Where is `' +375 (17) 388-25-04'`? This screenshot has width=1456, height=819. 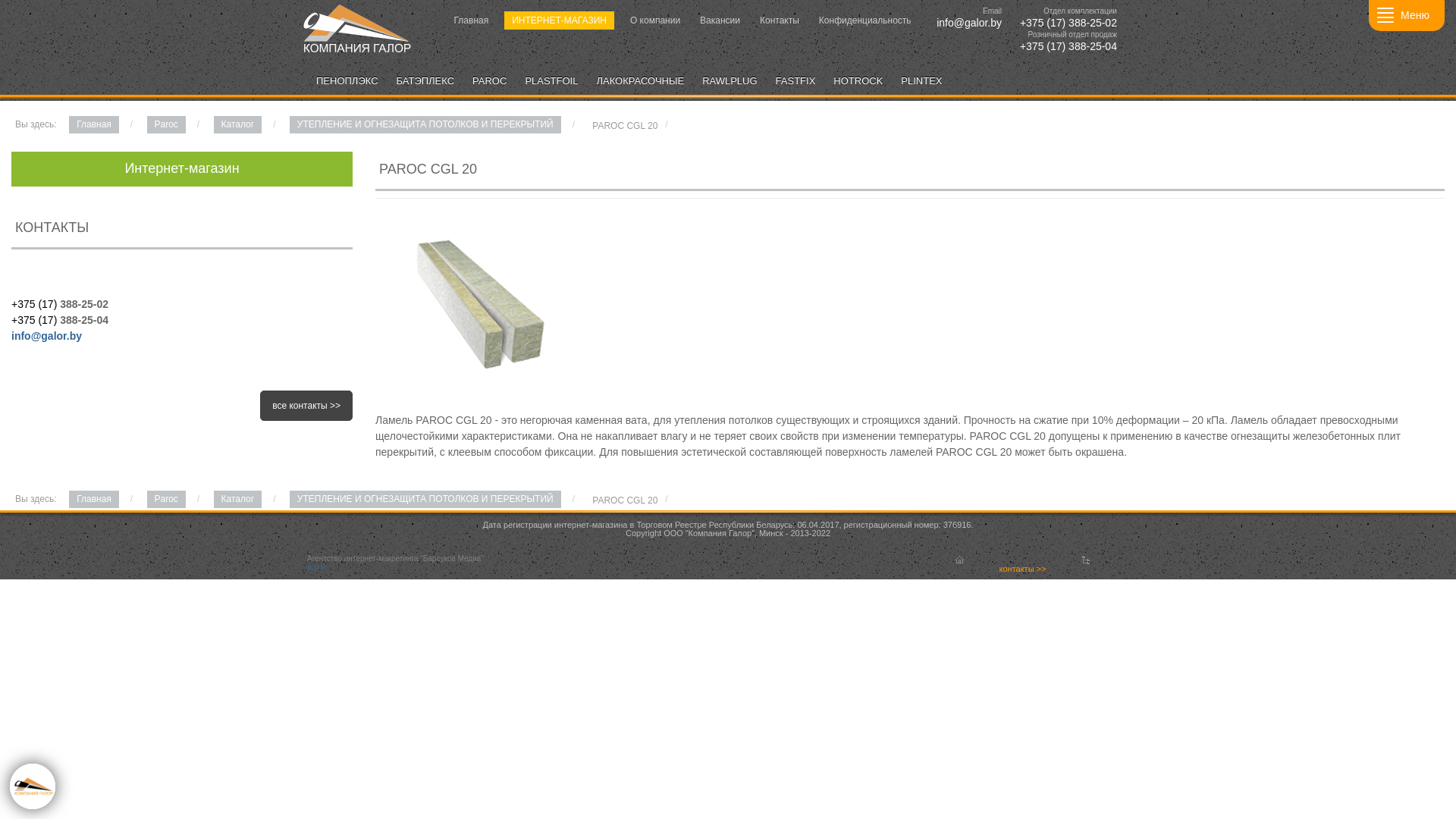
' +375 (17) 388-25-04' is located at coordinates (1065, 45).